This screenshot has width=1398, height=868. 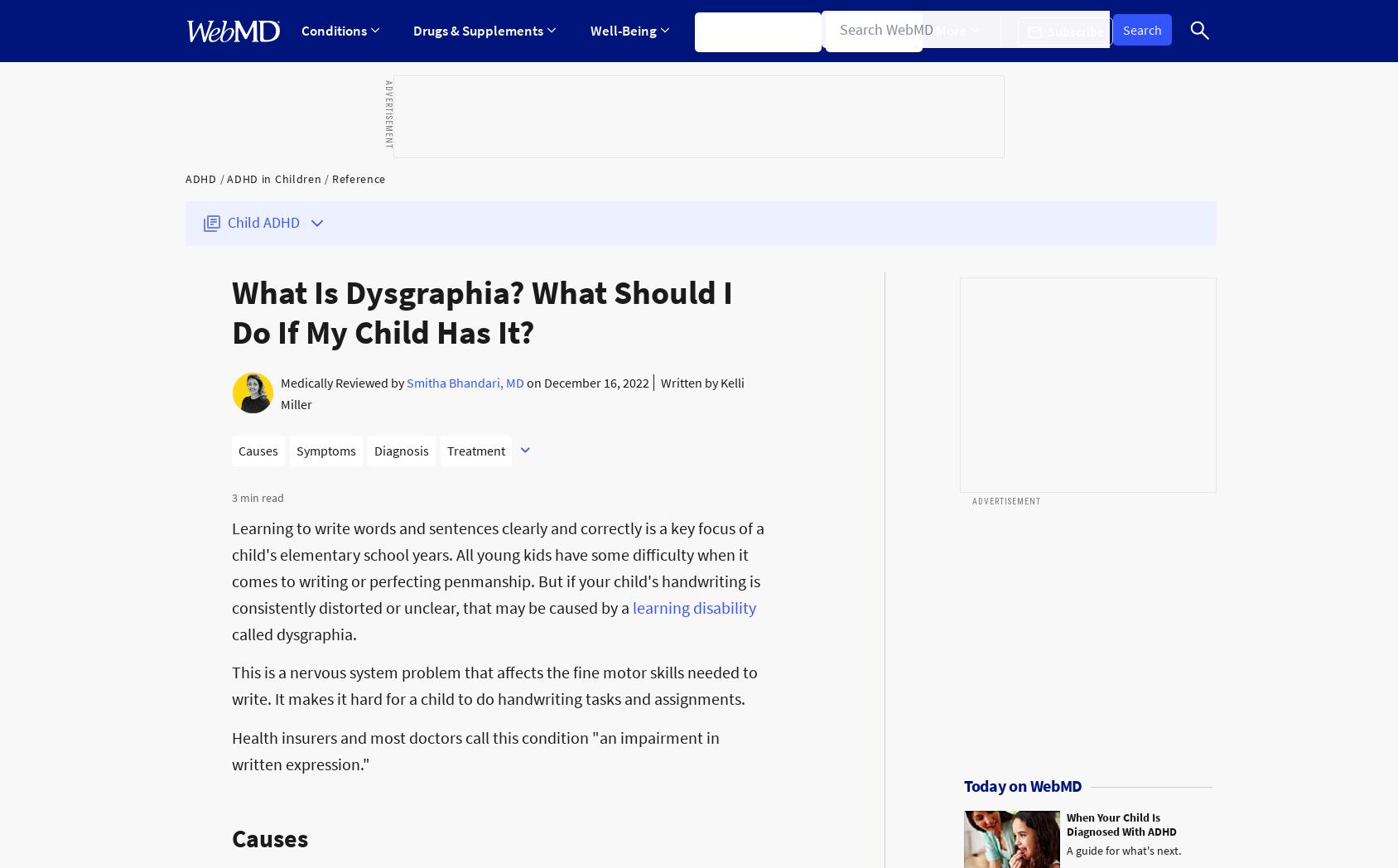 What do you see at coordinates (1122, 849) in the screenshot?
I see `'A guide for what's next.'` at bounding box center [1122, 849].